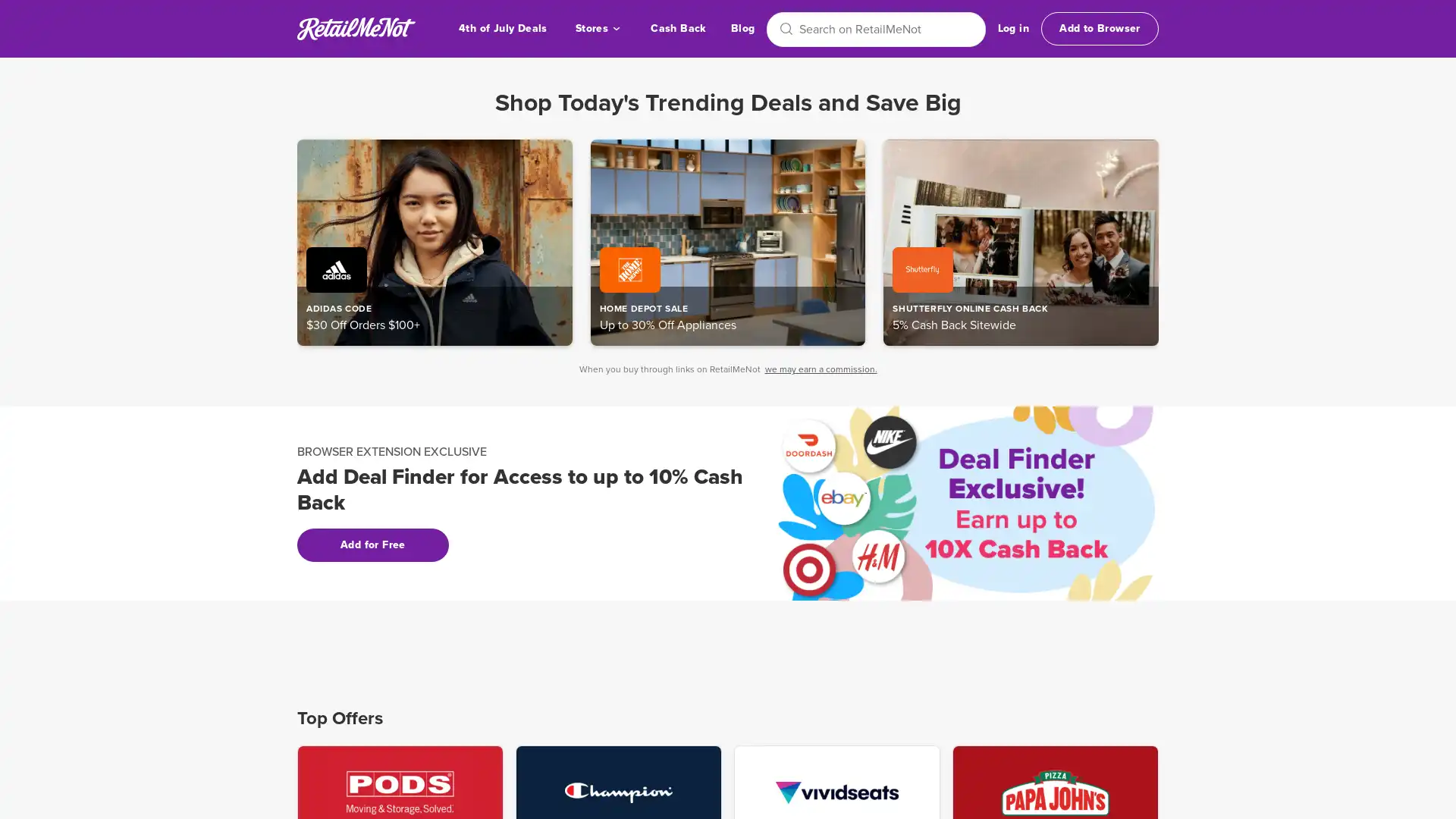 The image size is (1456, 819). What do you see at coordinates (598, 29) in the screenshot?
I see `Stores` at bounding box center [598, 29].